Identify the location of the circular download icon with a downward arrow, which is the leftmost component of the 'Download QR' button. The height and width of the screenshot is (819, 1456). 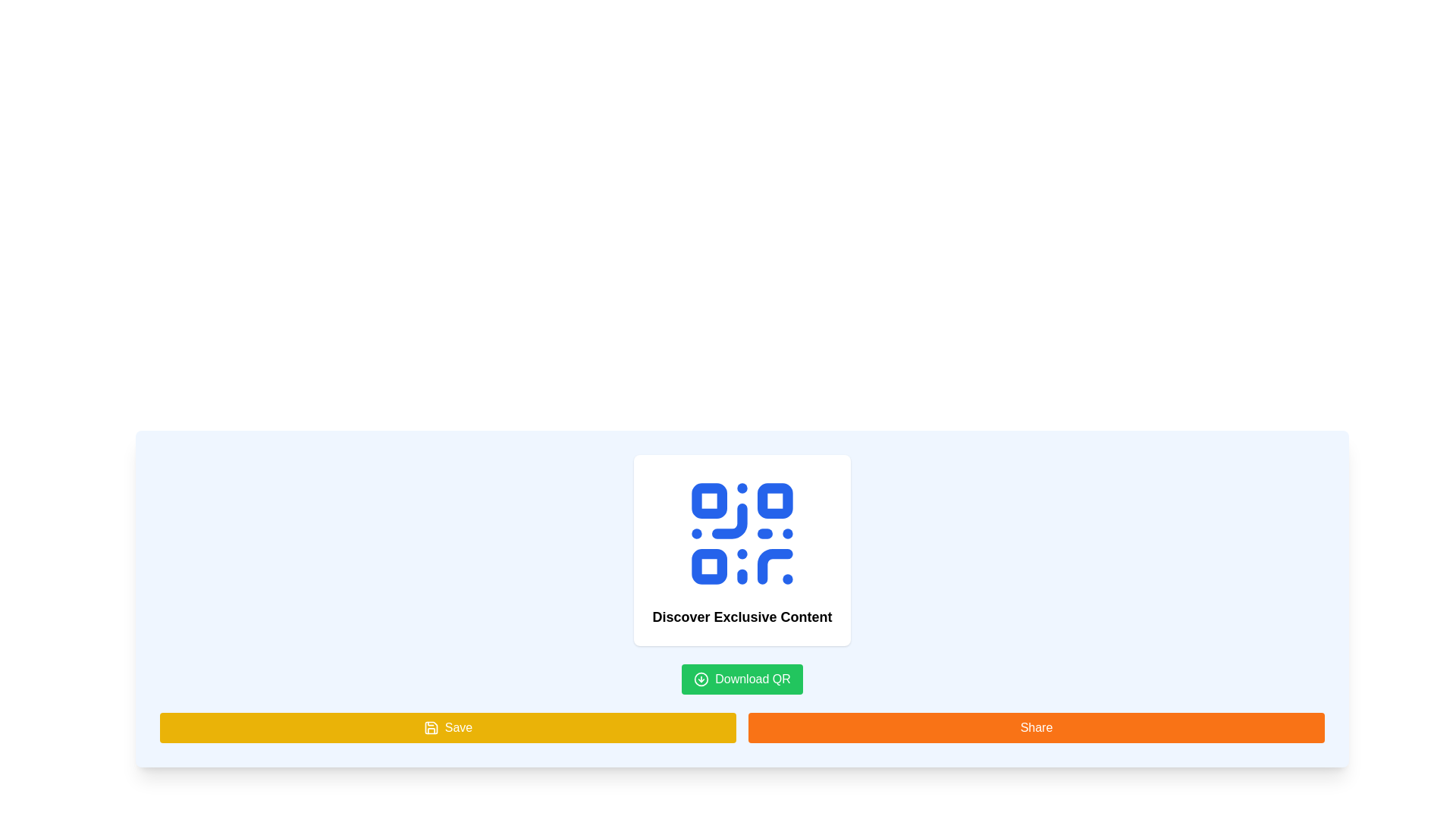
(701, 678).